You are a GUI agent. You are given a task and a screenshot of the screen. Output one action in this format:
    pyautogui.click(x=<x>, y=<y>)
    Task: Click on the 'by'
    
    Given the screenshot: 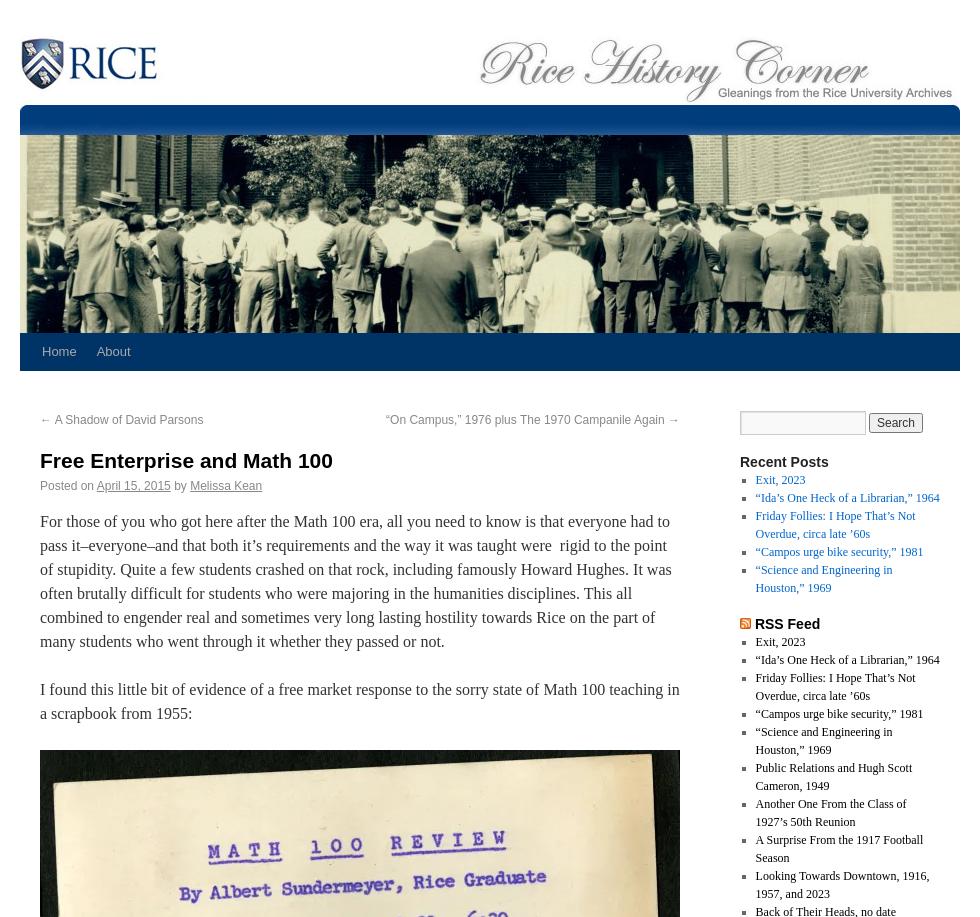 What is the action you would take?
    pyautogui.click(x=180, y=485)
    